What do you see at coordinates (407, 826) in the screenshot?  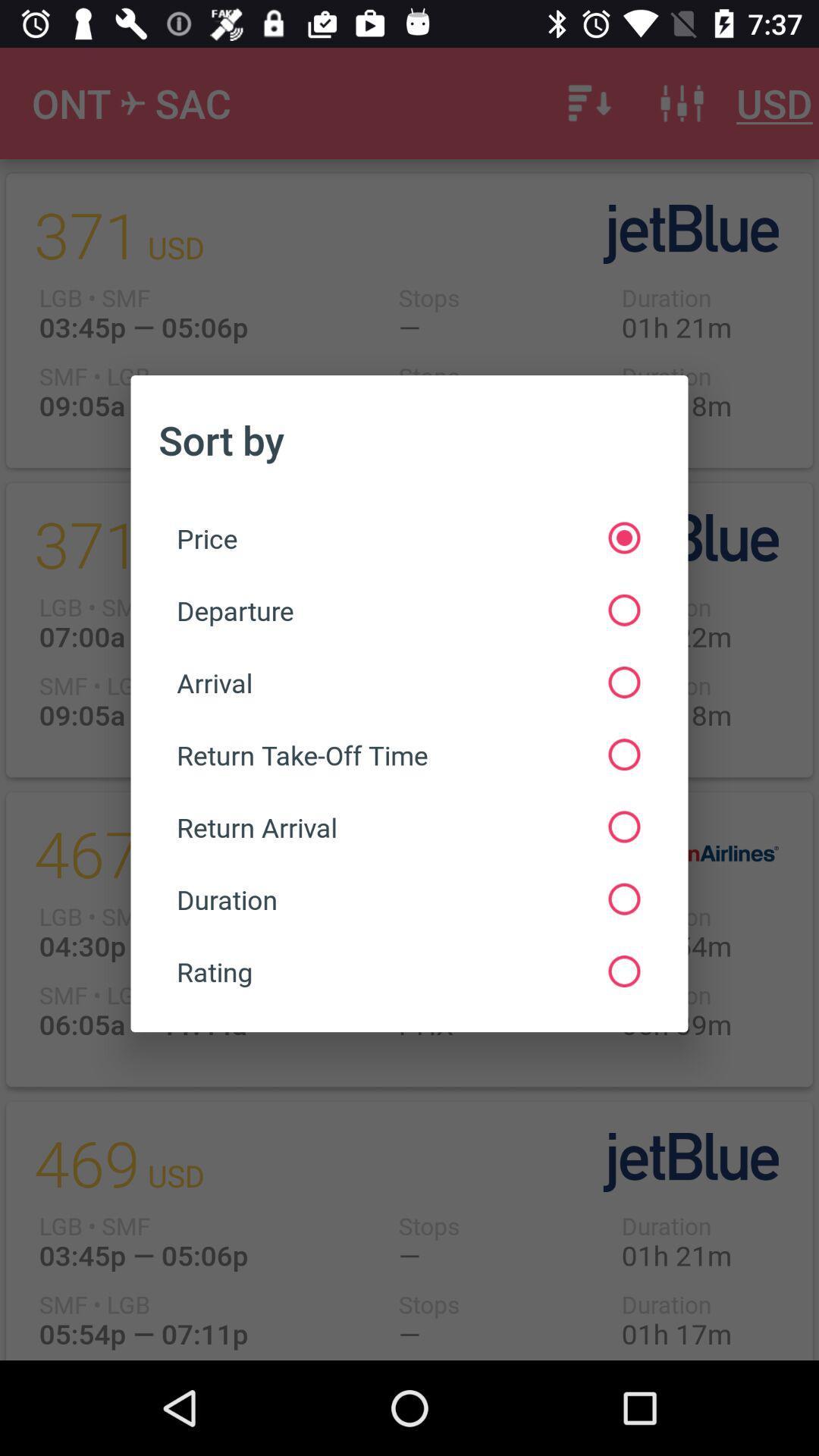 I see `the return arrival` at bounding box center [407, 826].